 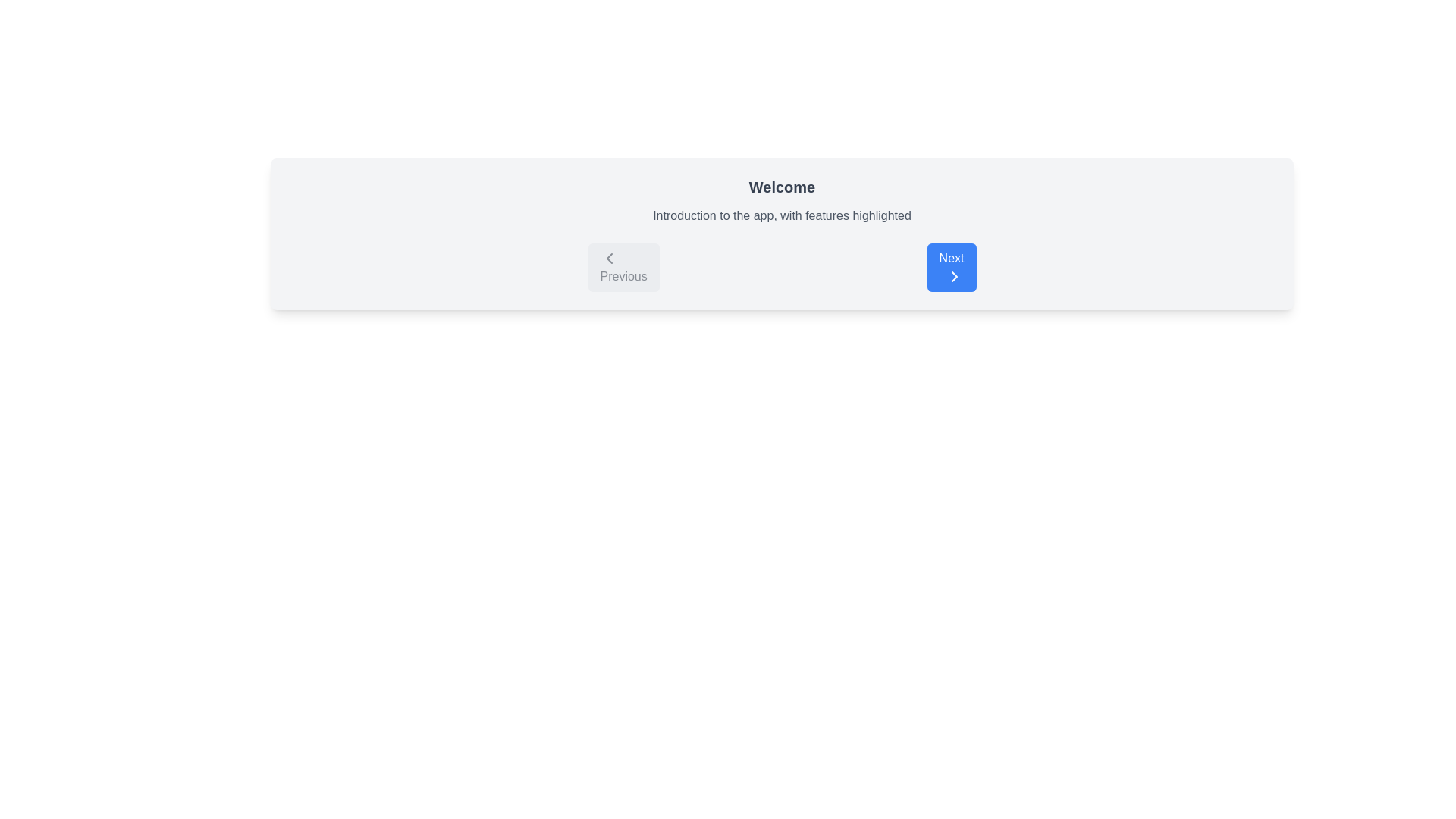 I want to click on the leftward arrowhead icon, which is styled with a sharp design and located to the left of the 'Previous' button, so click(x=609, y=257).